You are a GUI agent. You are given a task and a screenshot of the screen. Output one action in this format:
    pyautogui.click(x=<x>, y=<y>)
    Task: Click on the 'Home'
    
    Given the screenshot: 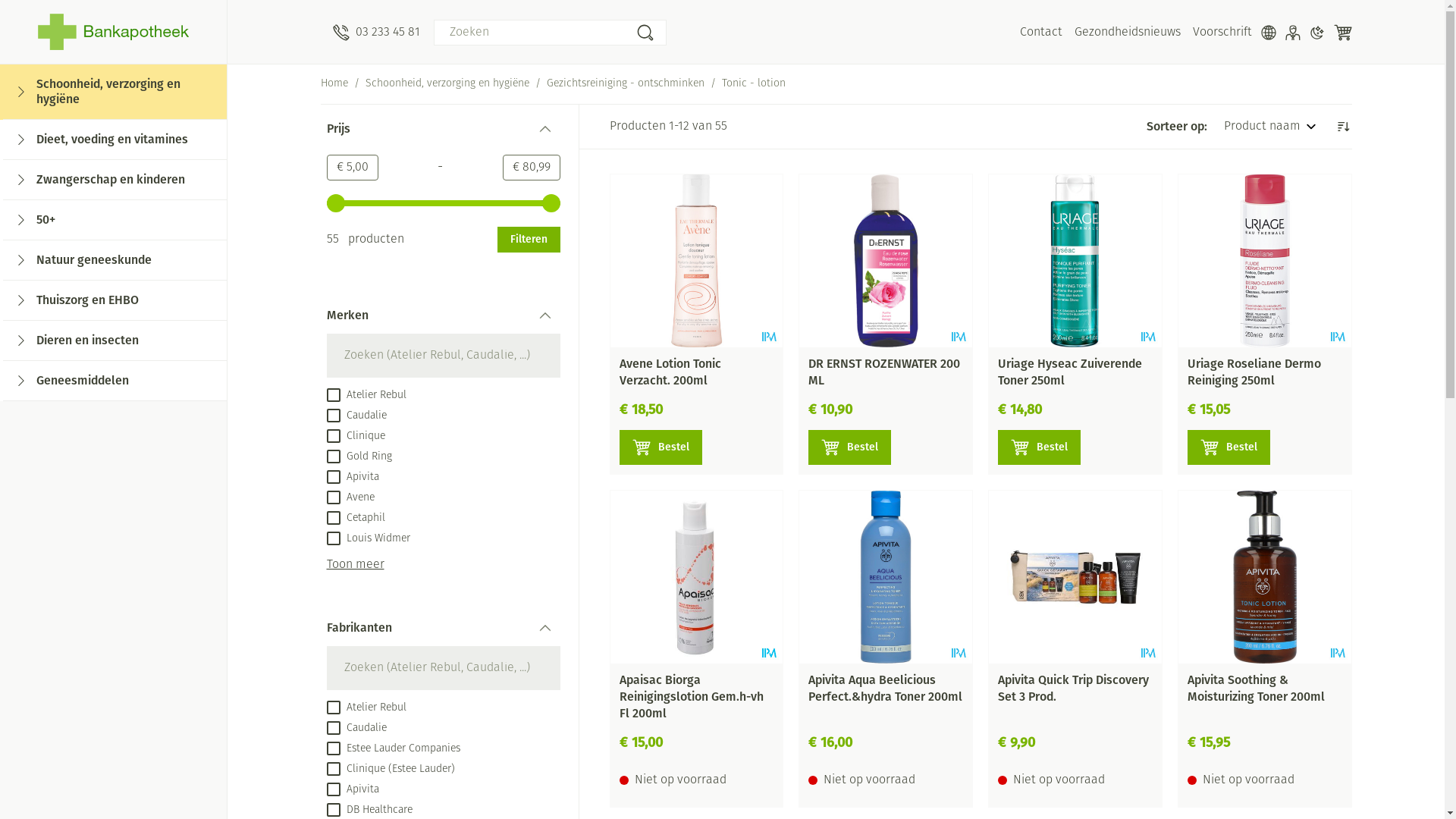 What is the action you would take?
    pyautogui.click(x=319, y=84)
    